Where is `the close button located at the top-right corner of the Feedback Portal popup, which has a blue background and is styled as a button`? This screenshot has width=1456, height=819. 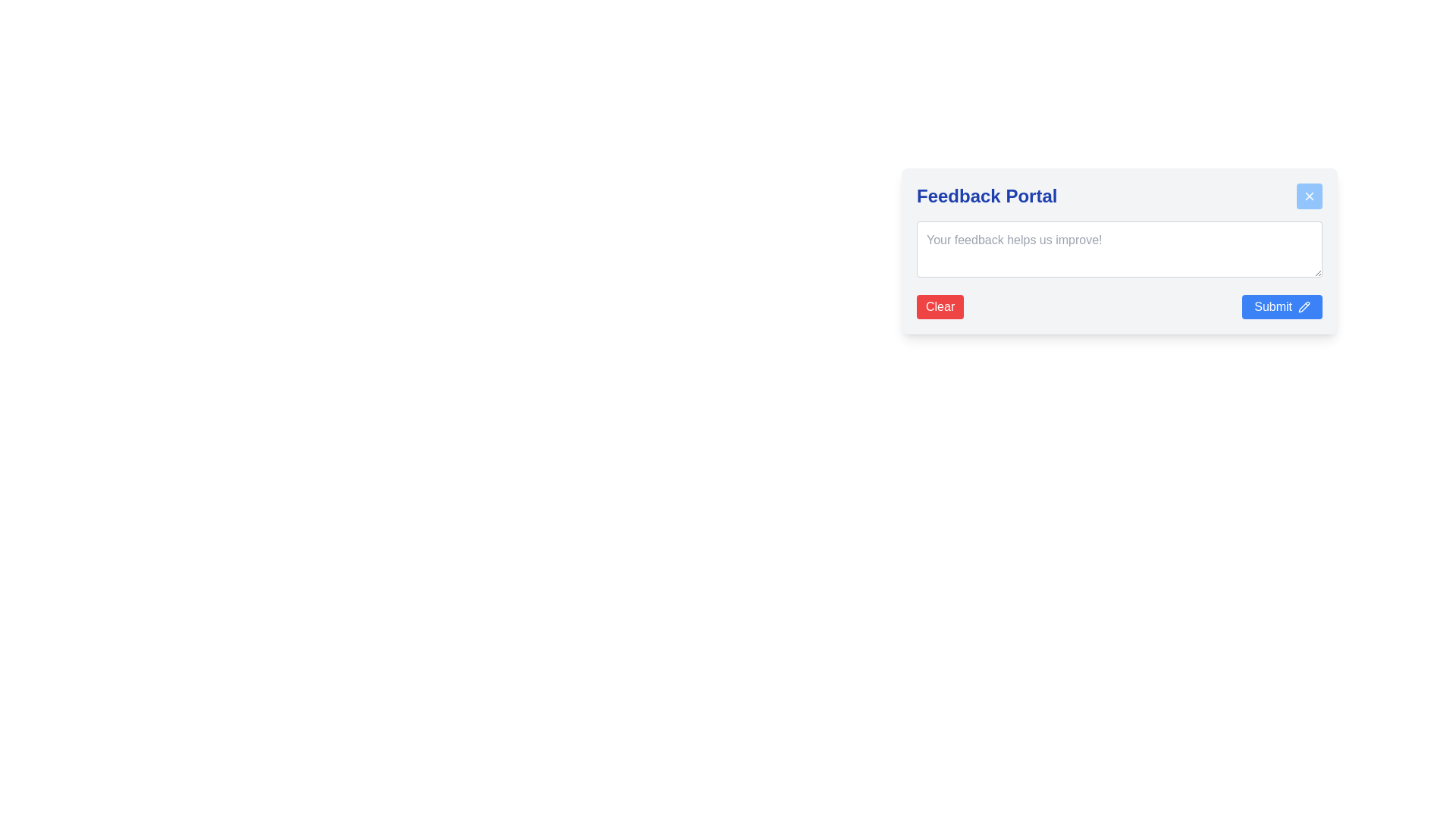
the close button located at the top-right corner of the Feedback Portal popup, which has a blue background and is styled as a button is located at coordinates (1309, 195).